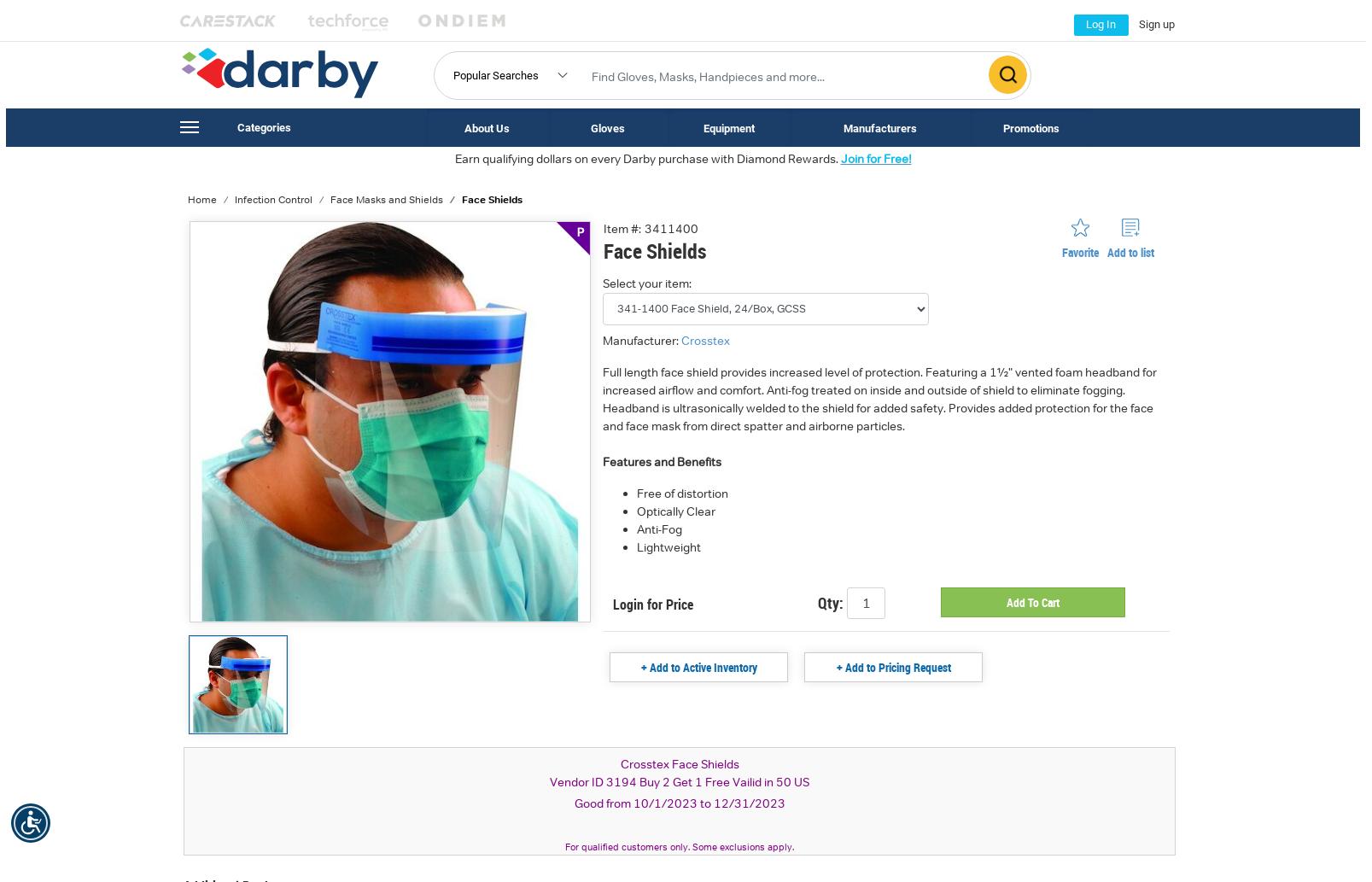  Describe the element at coordinates (635, 546) in the screenshot. I see `'Lightweight'` at that location.